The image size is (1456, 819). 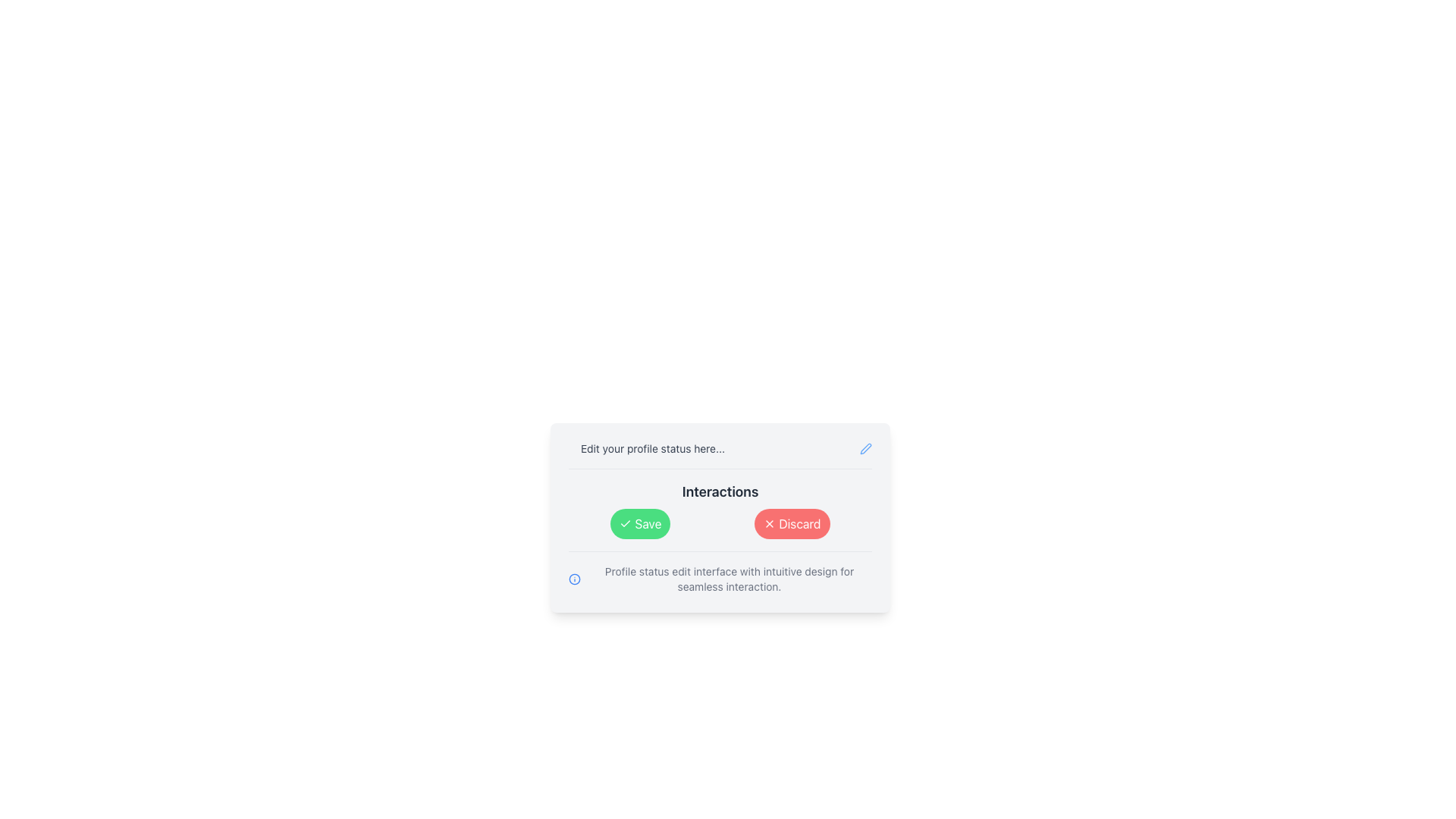 What do you see at coordinates (652, 447) in the screenshot?
I see `the informational text label that provides guidance for users to edit their profile status, located at the top central part of the card interface` at bounding box center [652, 447].